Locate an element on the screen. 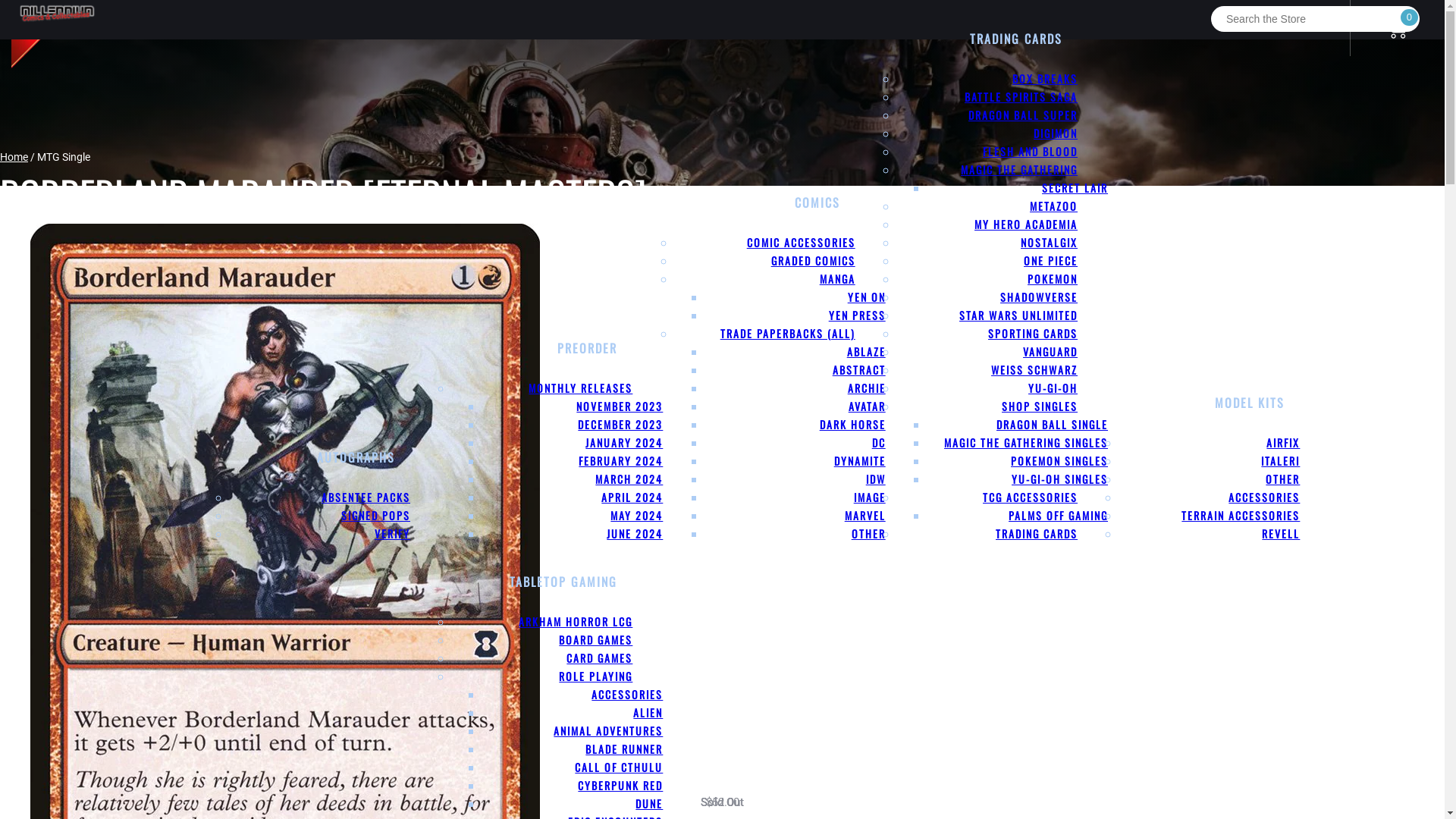 The image size is (1456, 819). 'CALL OF CTHULU' is located at coordinates (619, 767).